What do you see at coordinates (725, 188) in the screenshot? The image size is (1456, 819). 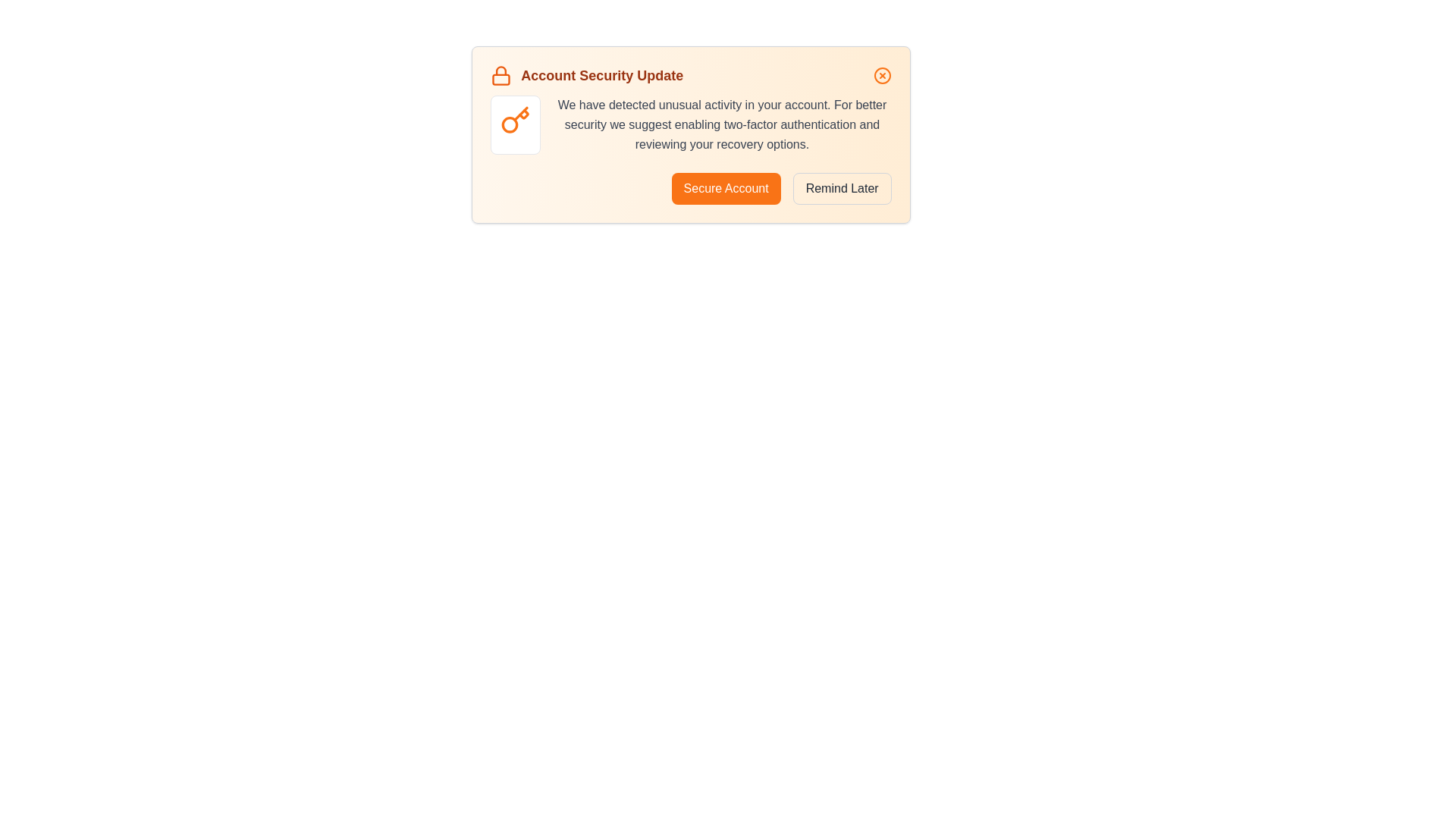 I see `the 'Secure Account' button to proceed with securing the account` at bounding box center [725, 188].